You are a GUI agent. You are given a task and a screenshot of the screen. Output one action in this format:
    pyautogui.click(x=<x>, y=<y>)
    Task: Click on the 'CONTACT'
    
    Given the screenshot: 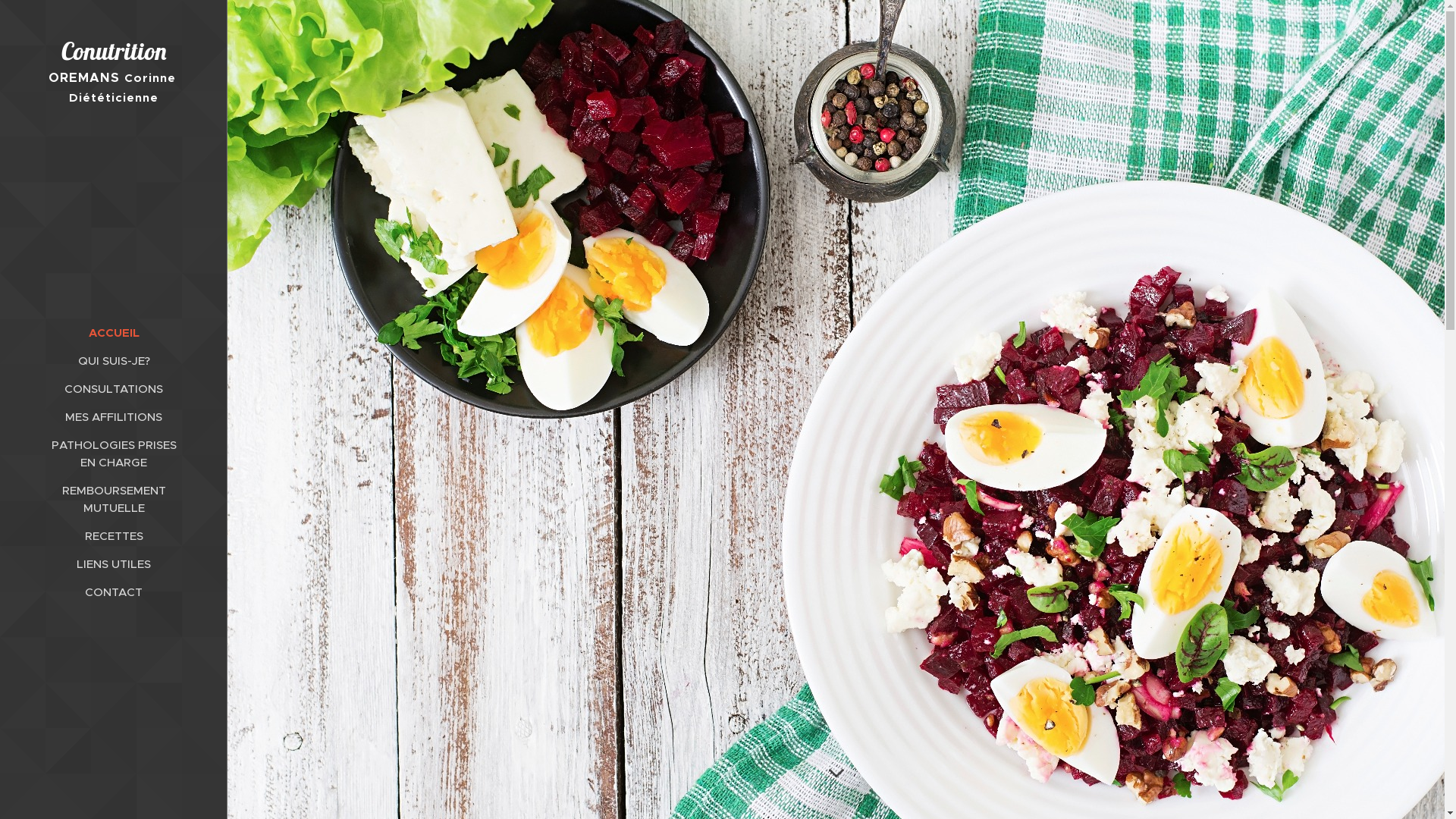 What is the action you would take?
    pyautogui.click(x=4, y=591)
    